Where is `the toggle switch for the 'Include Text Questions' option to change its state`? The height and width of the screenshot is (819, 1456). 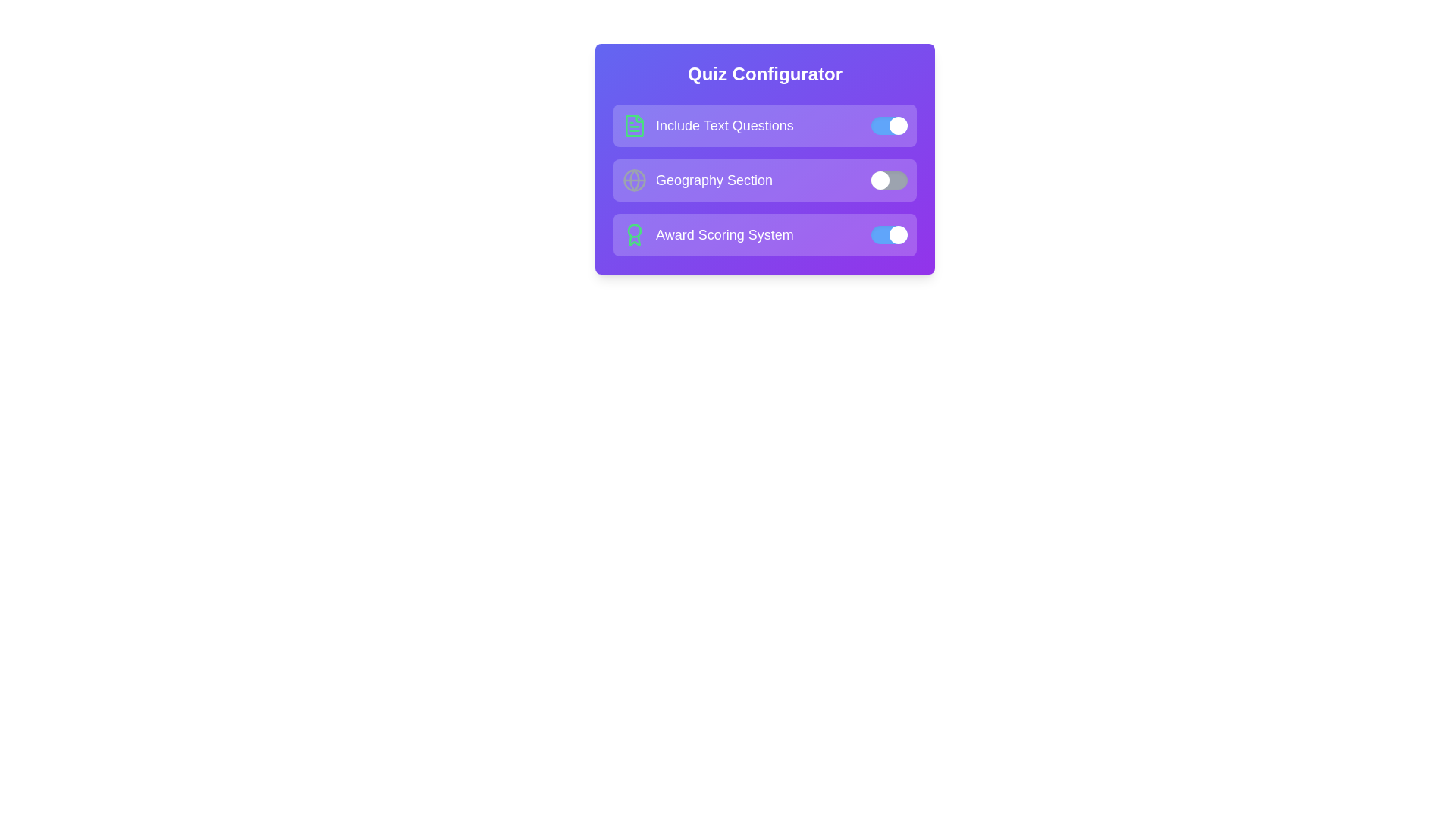
the toggle switch for the 'Include Text Questions' option to change its state is located at coordinates (889, 124).